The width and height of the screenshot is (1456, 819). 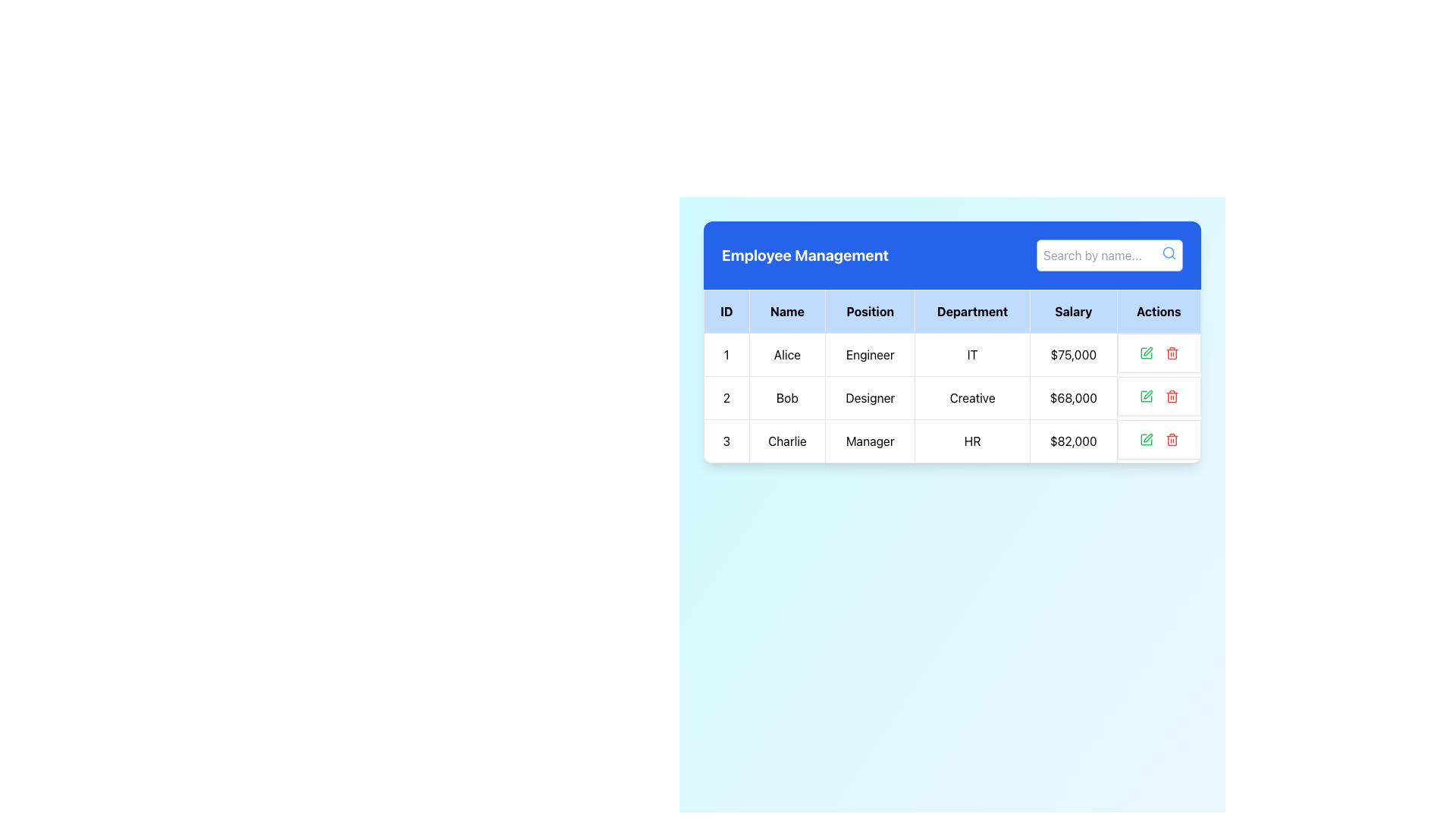 What do you see at coordinates (972, 397) in the screenshot?
I see `the text label displaying 'Creative' which is centrally aligned in the 'Department' column of the second row in the tabular layout` at bounding box center [972, 397].